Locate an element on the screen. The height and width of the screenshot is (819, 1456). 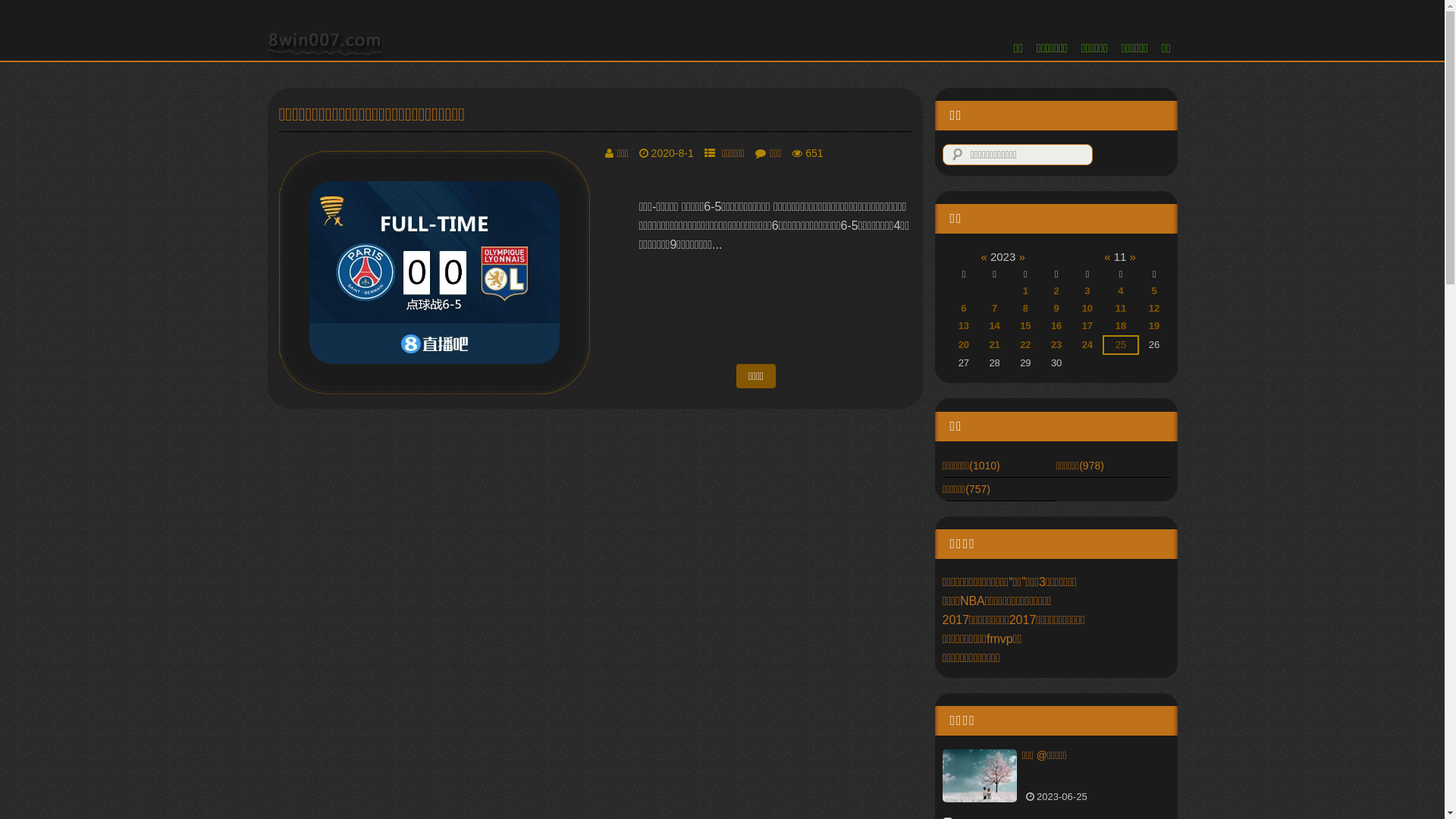
'17' is located at coordinates (1081, 325).